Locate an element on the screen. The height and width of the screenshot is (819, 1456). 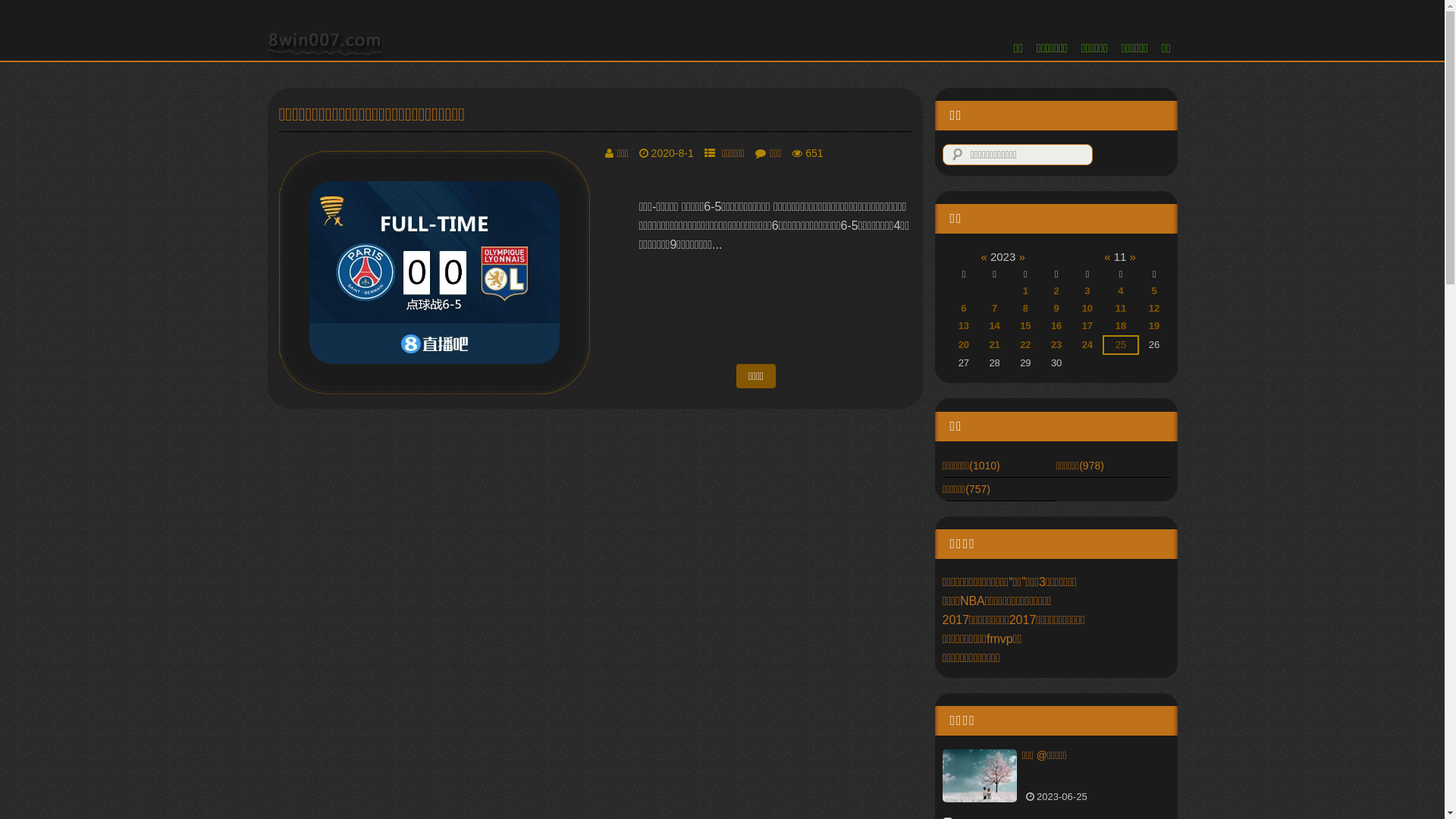
'17' is located at coordinates (1081, 325).